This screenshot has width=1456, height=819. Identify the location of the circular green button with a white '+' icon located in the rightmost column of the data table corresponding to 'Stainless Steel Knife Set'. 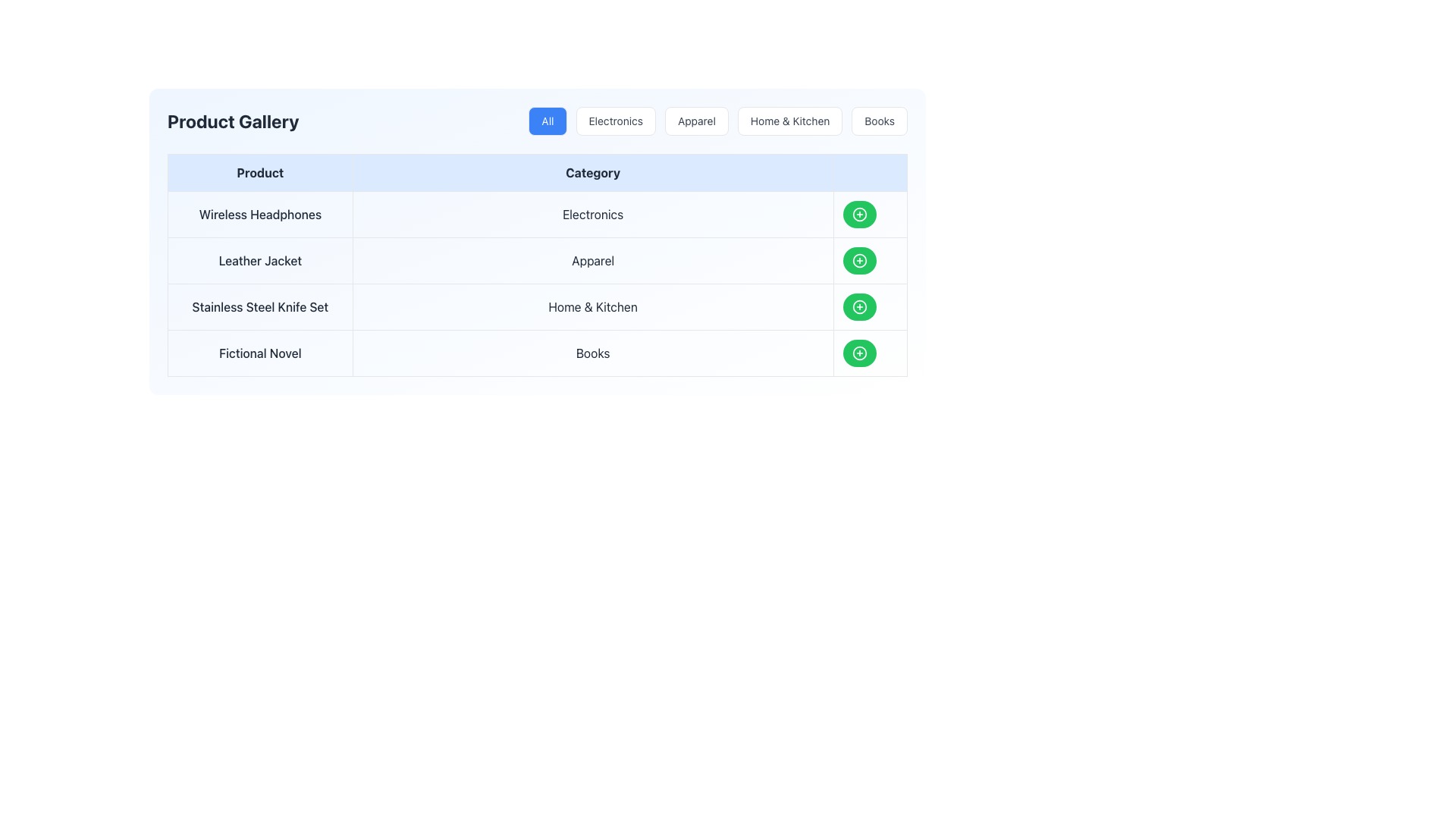
(859, 307).